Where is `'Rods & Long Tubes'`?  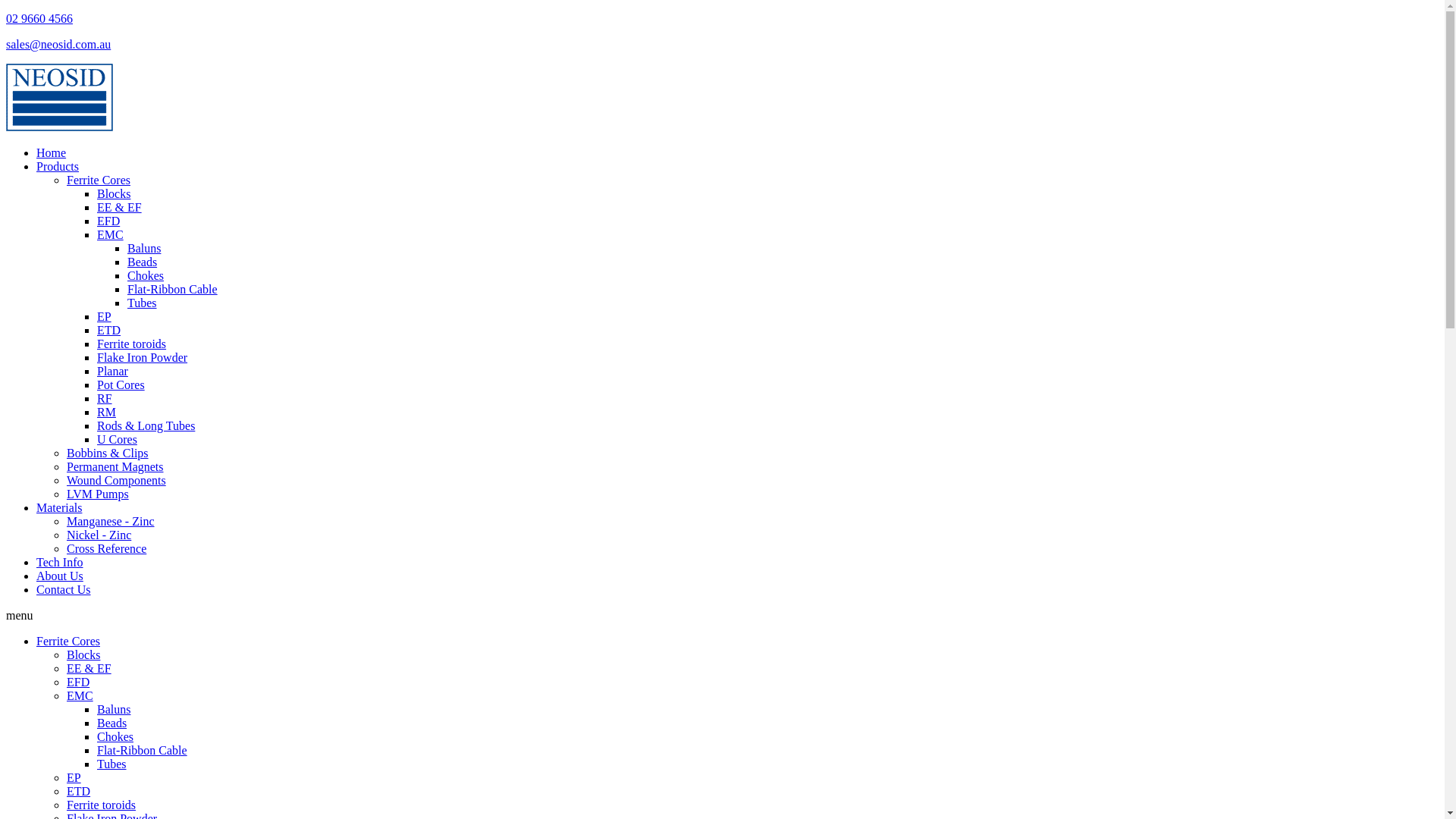
'Rods & Long Tubes' is located at coordinates (146, 425).